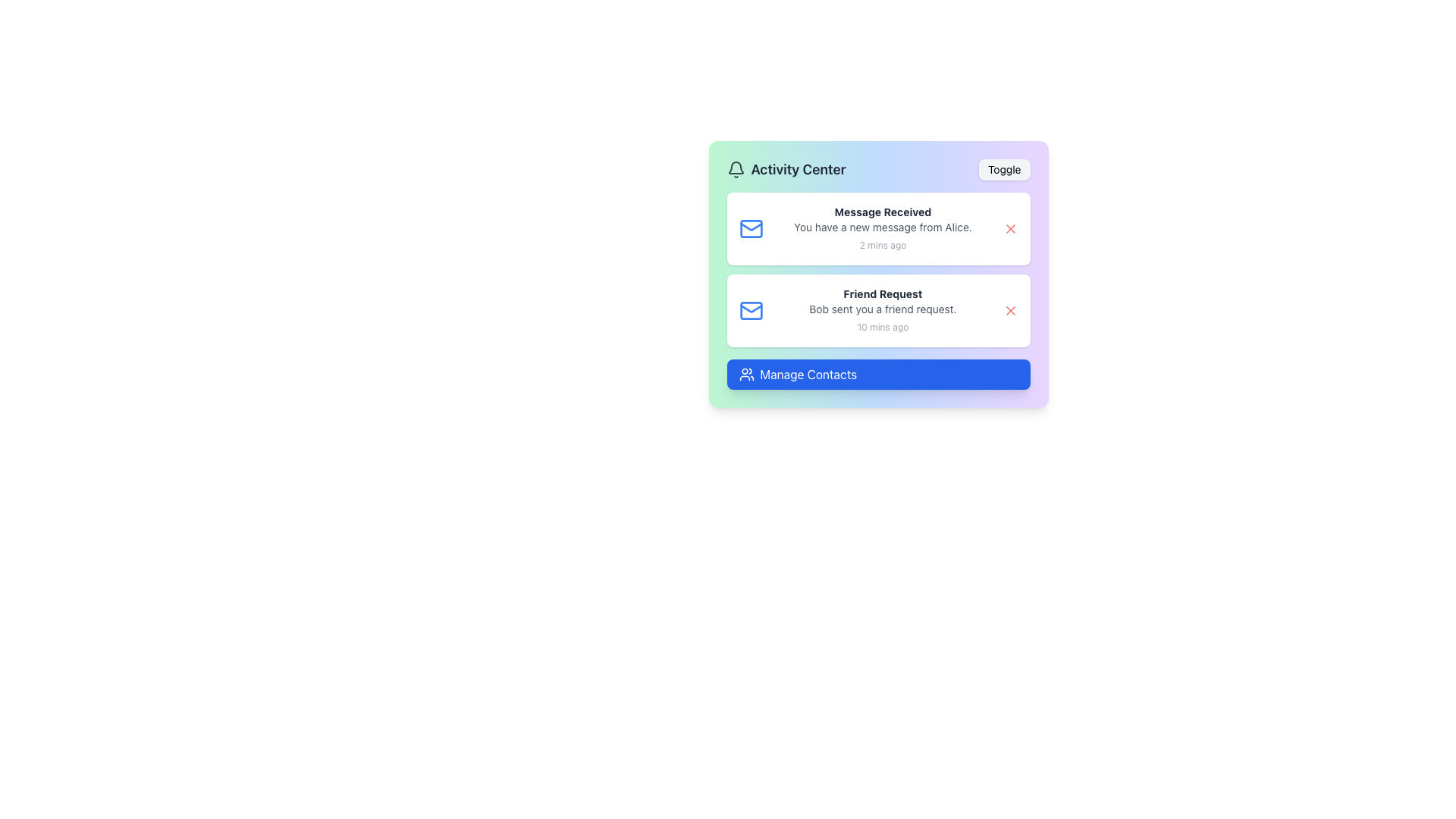 The width and height of the screenshot is (1456, 819). I want to click on the close icon represented as an 'X' shape located in the top notification card of the 'Activity Center' interface, so click(1010, 228).